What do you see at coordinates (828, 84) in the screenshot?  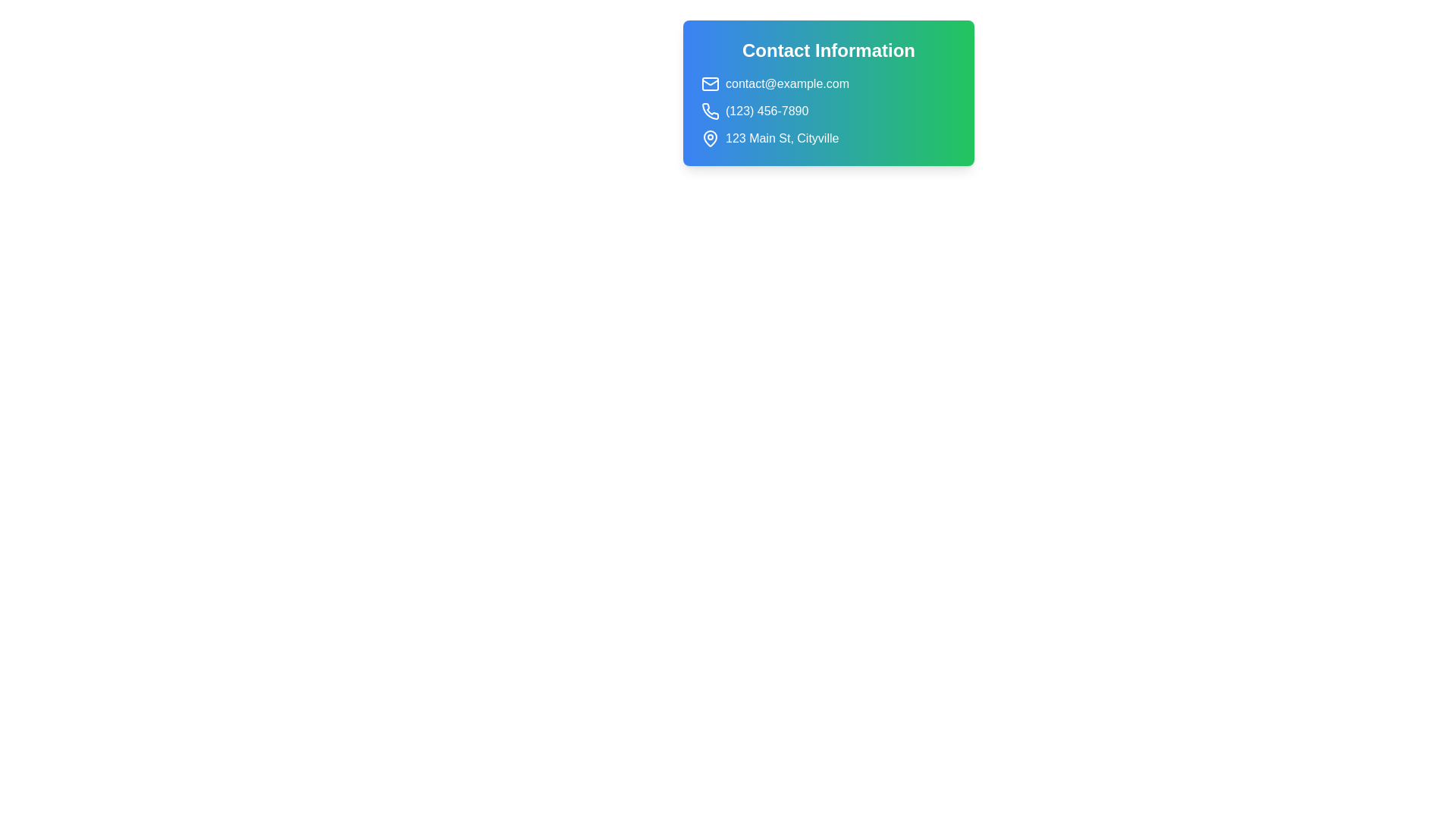 I see `the static email text element located in the topmost row of contact information to initiate email composition` at bounding box center [828, 84].